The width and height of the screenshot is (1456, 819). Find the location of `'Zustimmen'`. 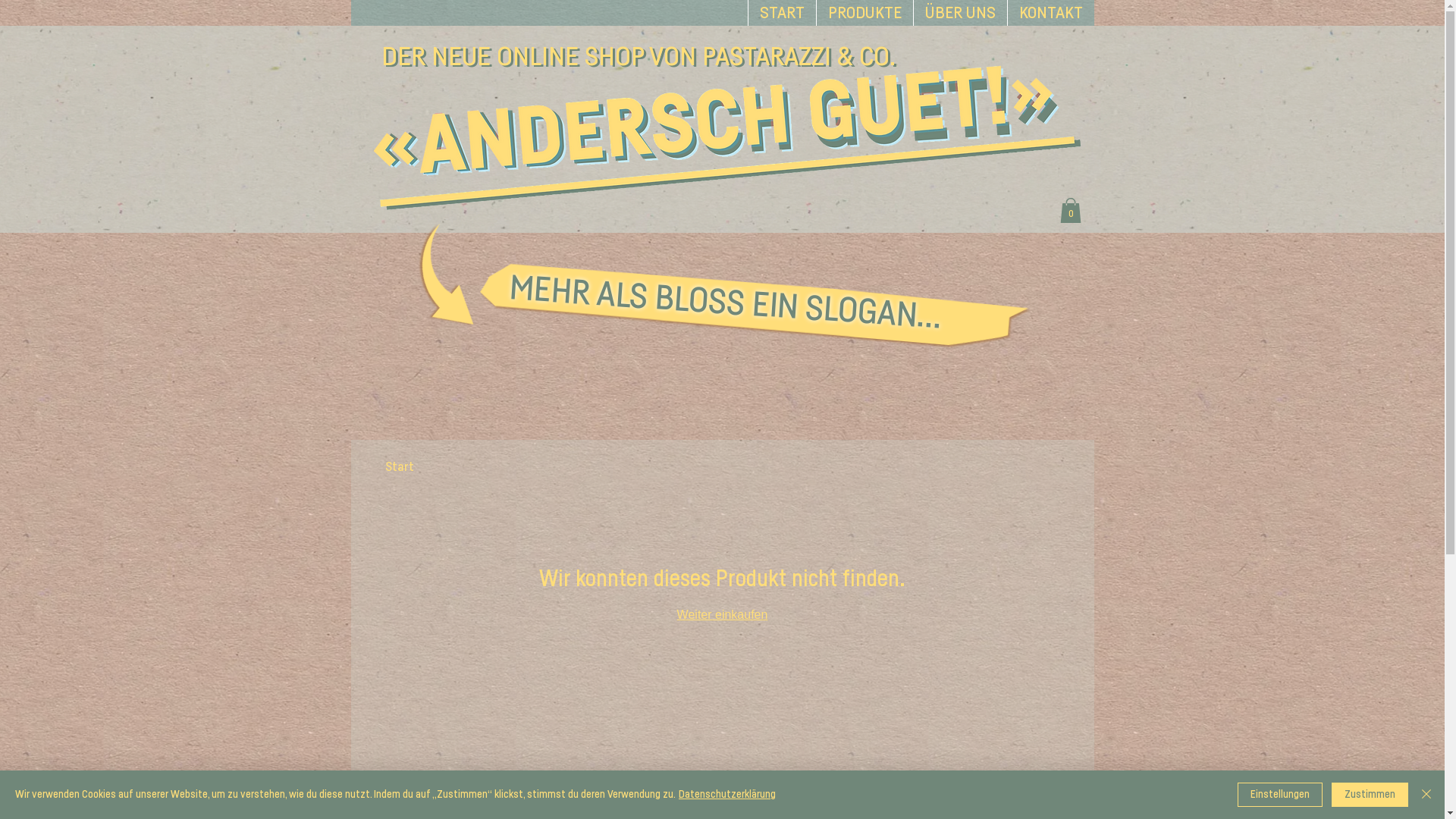

'Zustimmen' is located at coordinates (1370, 794).